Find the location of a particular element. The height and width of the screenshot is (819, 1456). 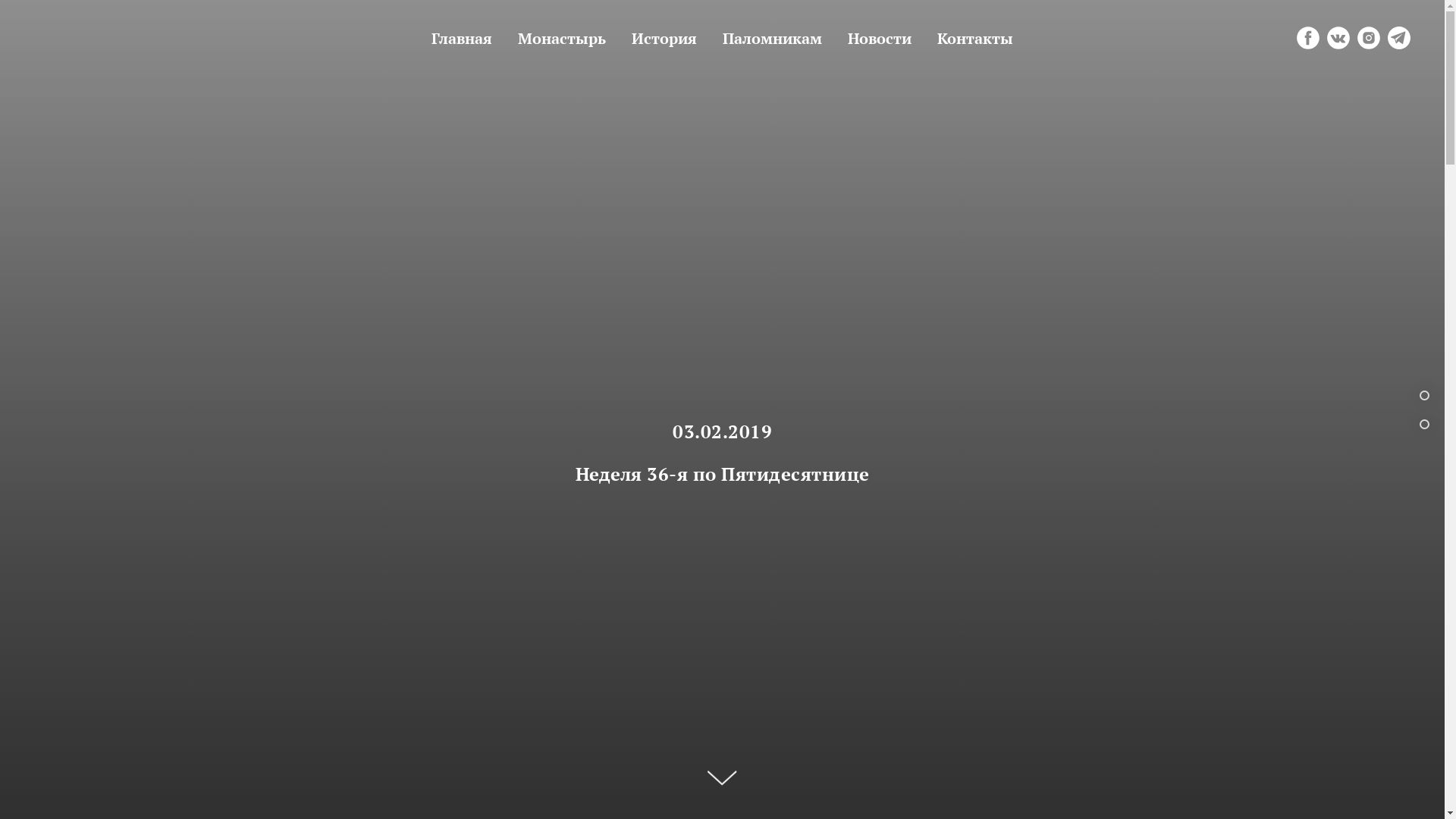

'Telegram' is located at coordinates (1398, 37).